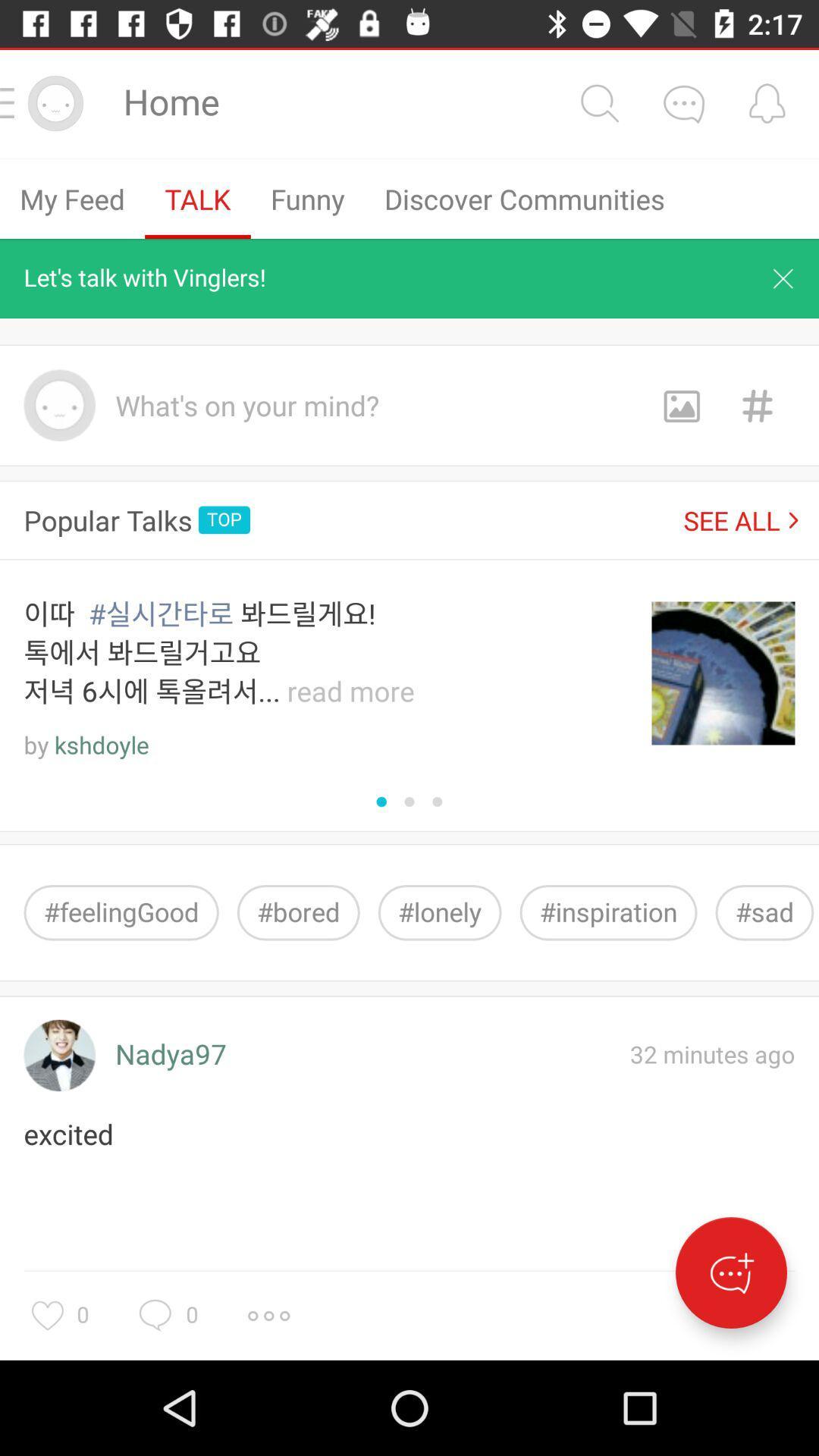 The height and width of the screenshot is (1456, 819). I want to click on switch more details, so click(683, 102).